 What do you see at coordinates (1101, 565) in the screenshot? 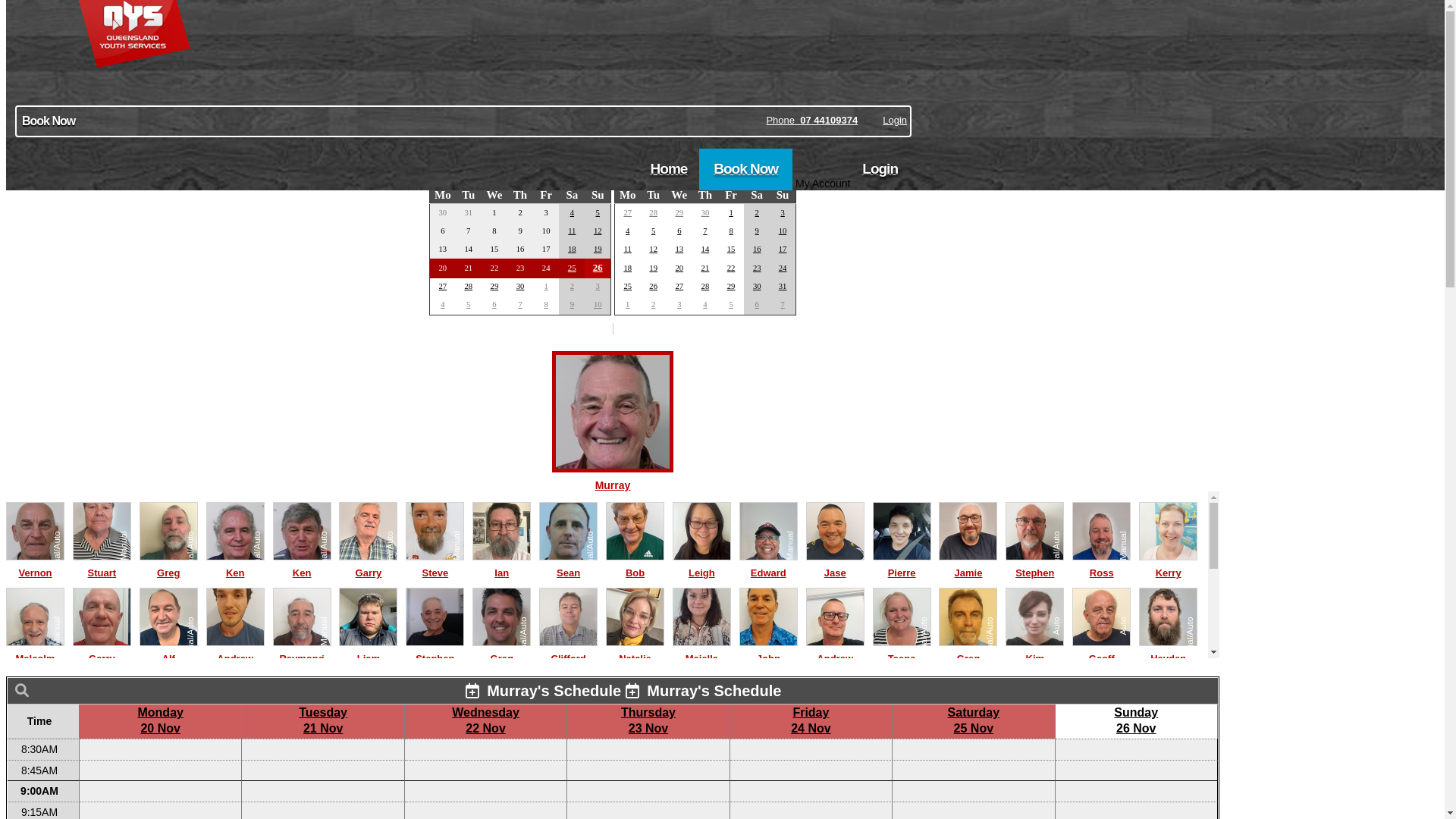
I see `'Ross` at bounding box center [1101, 565].